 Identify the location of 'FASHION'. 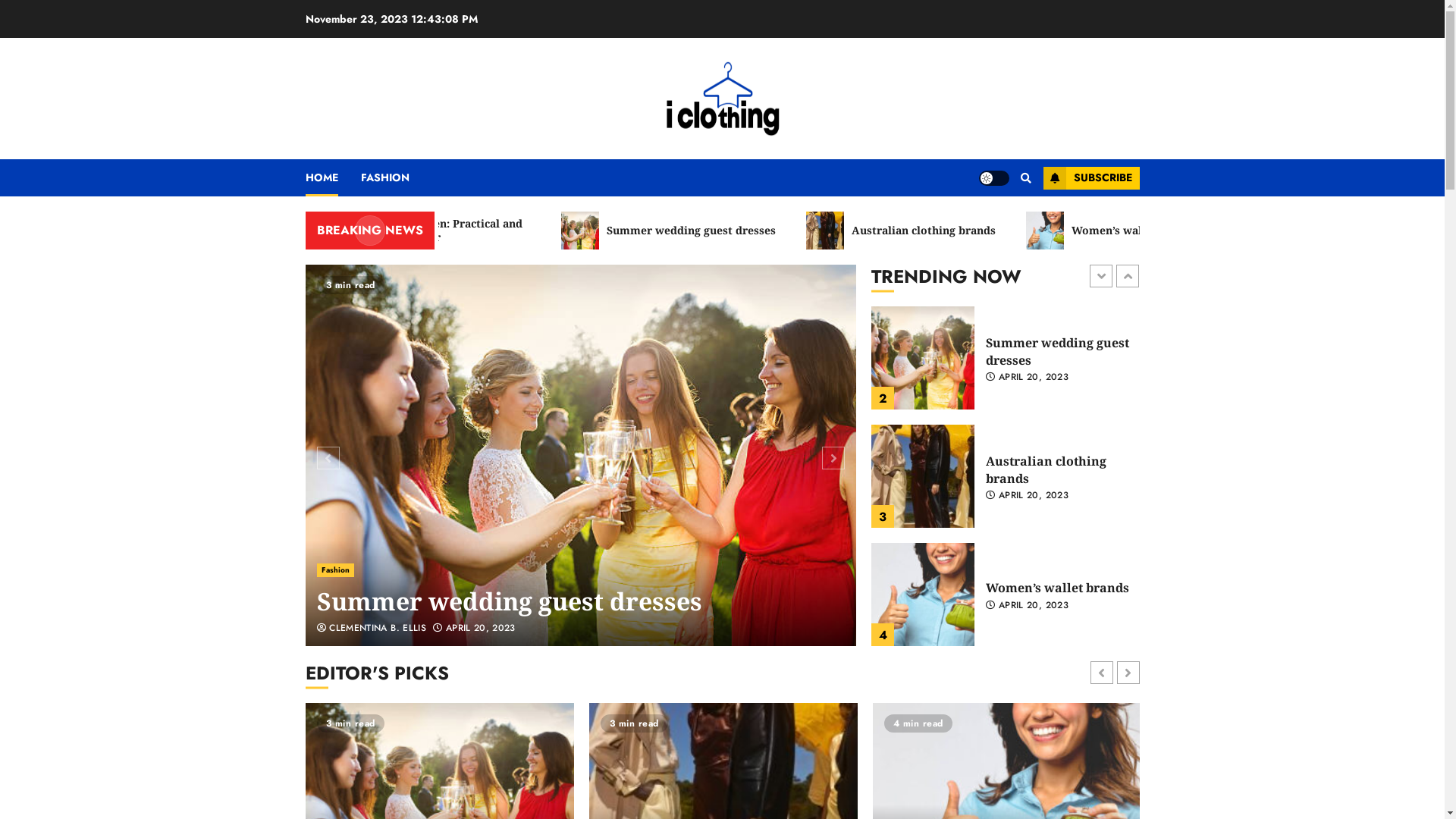
(359, 177).